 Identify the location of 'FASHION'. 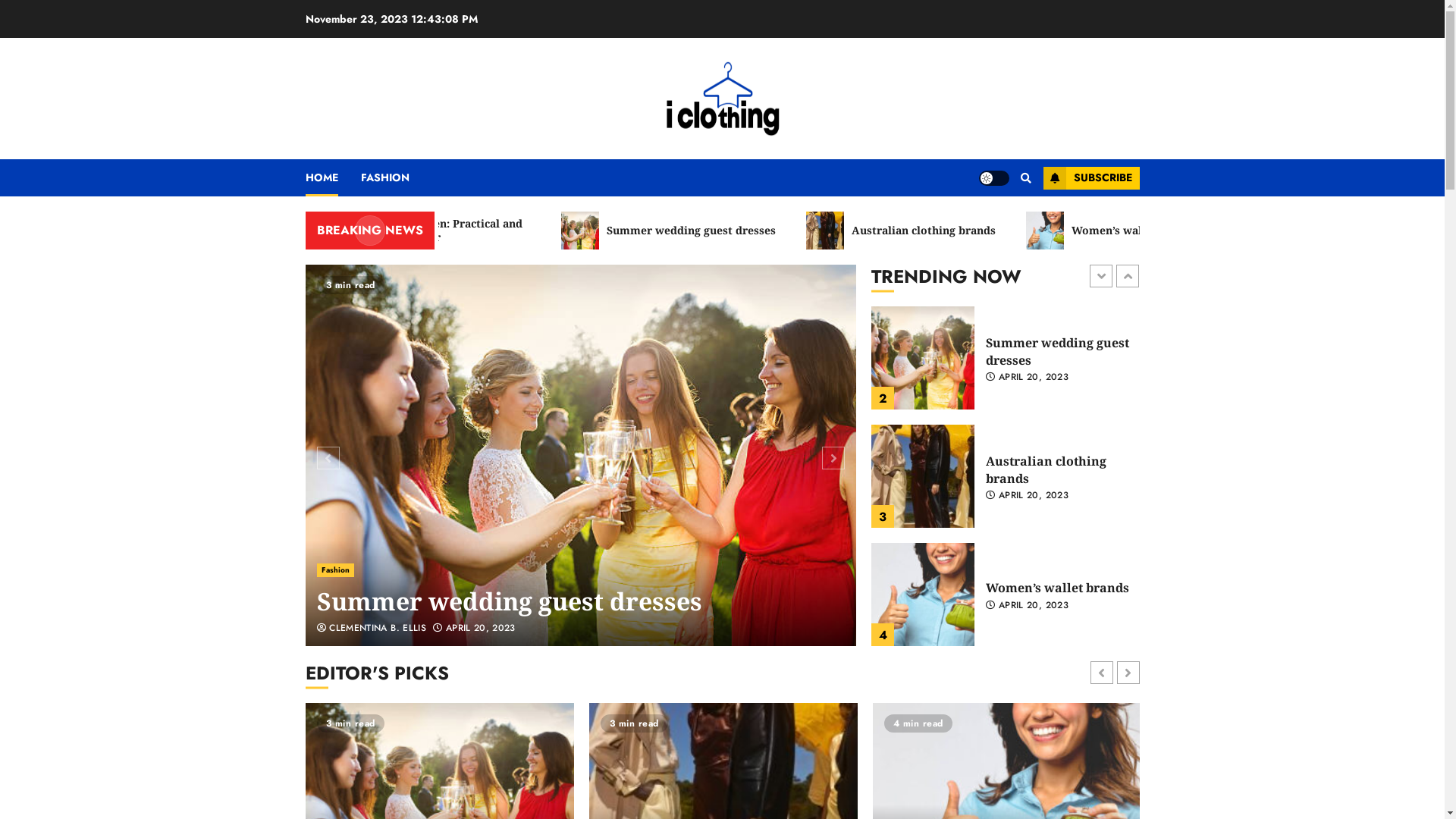
(359, 177).